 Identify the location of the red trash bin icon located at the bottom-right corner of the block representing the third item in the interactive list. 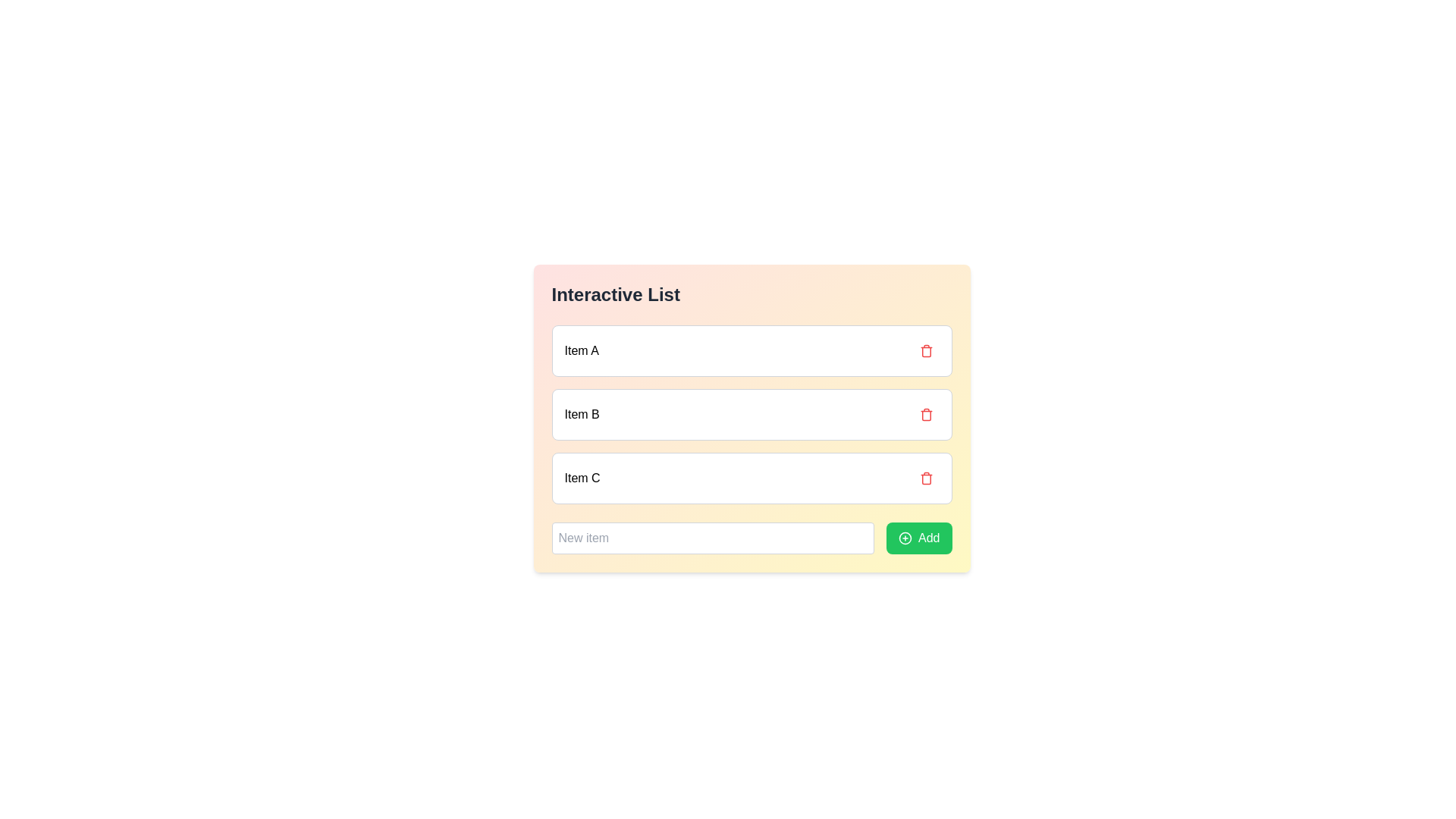
(925, 479).